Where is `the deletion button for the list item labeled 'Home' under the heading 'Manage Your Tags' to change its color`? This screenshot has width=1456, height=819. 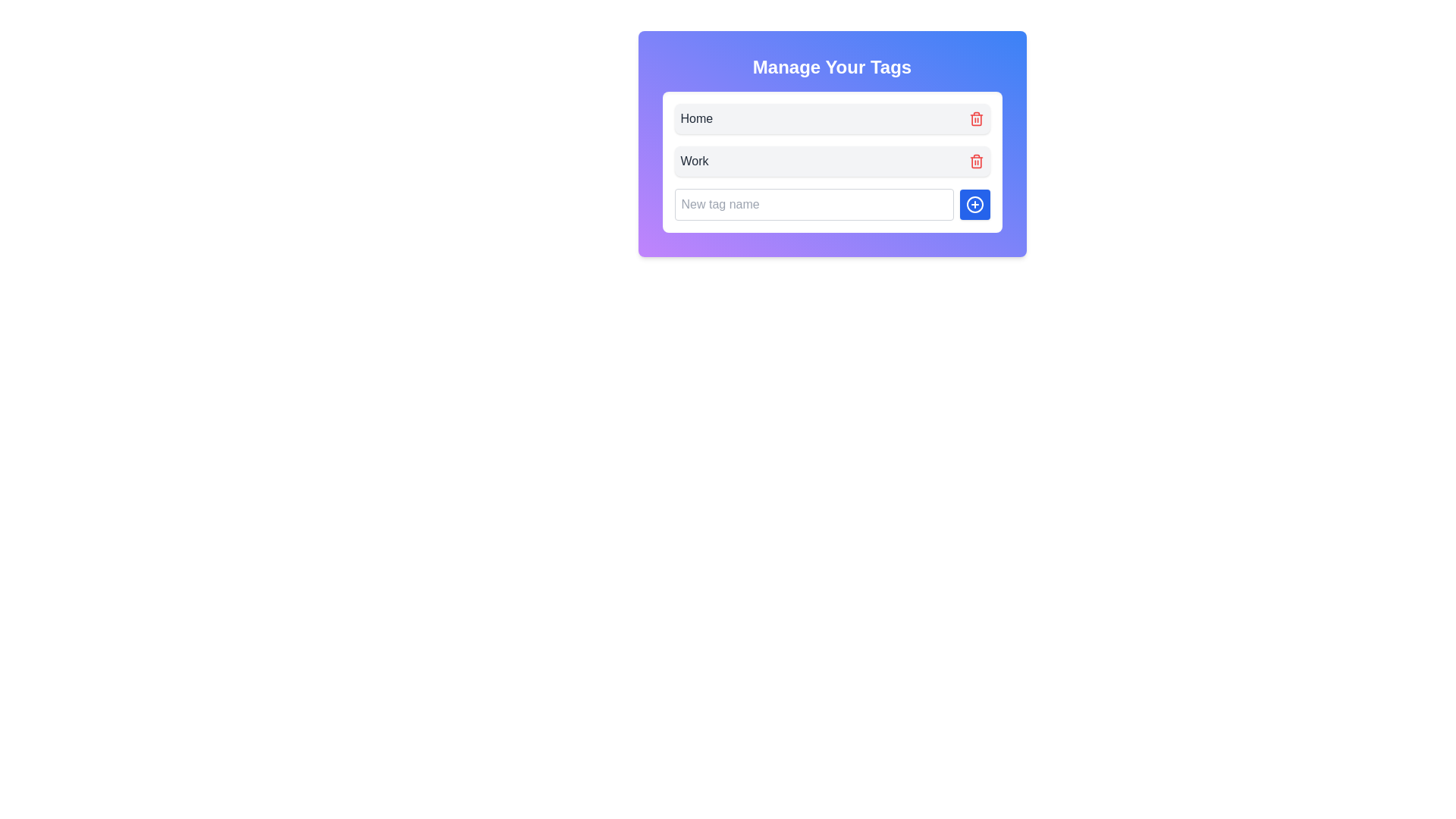 the deletion button for the list item labeled 'Home' under the heading 'Manage Your Tags' to change its color is located at coordinates (976, 118).